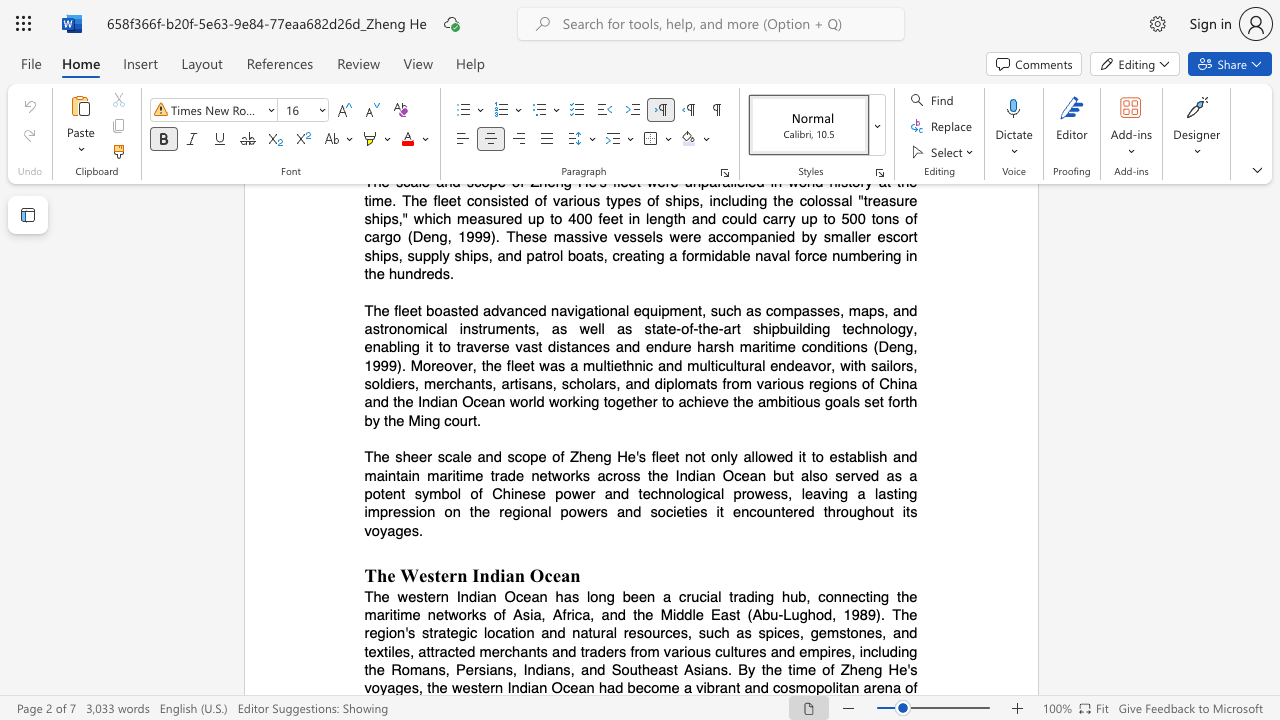  I want to click on the subset text "e power and technological prow" within the text "and maintain maritime trade networks across the Indian Ocean but also served as a potent symbol of Chinese power and technological prowess, leaving", so click(537, 494).